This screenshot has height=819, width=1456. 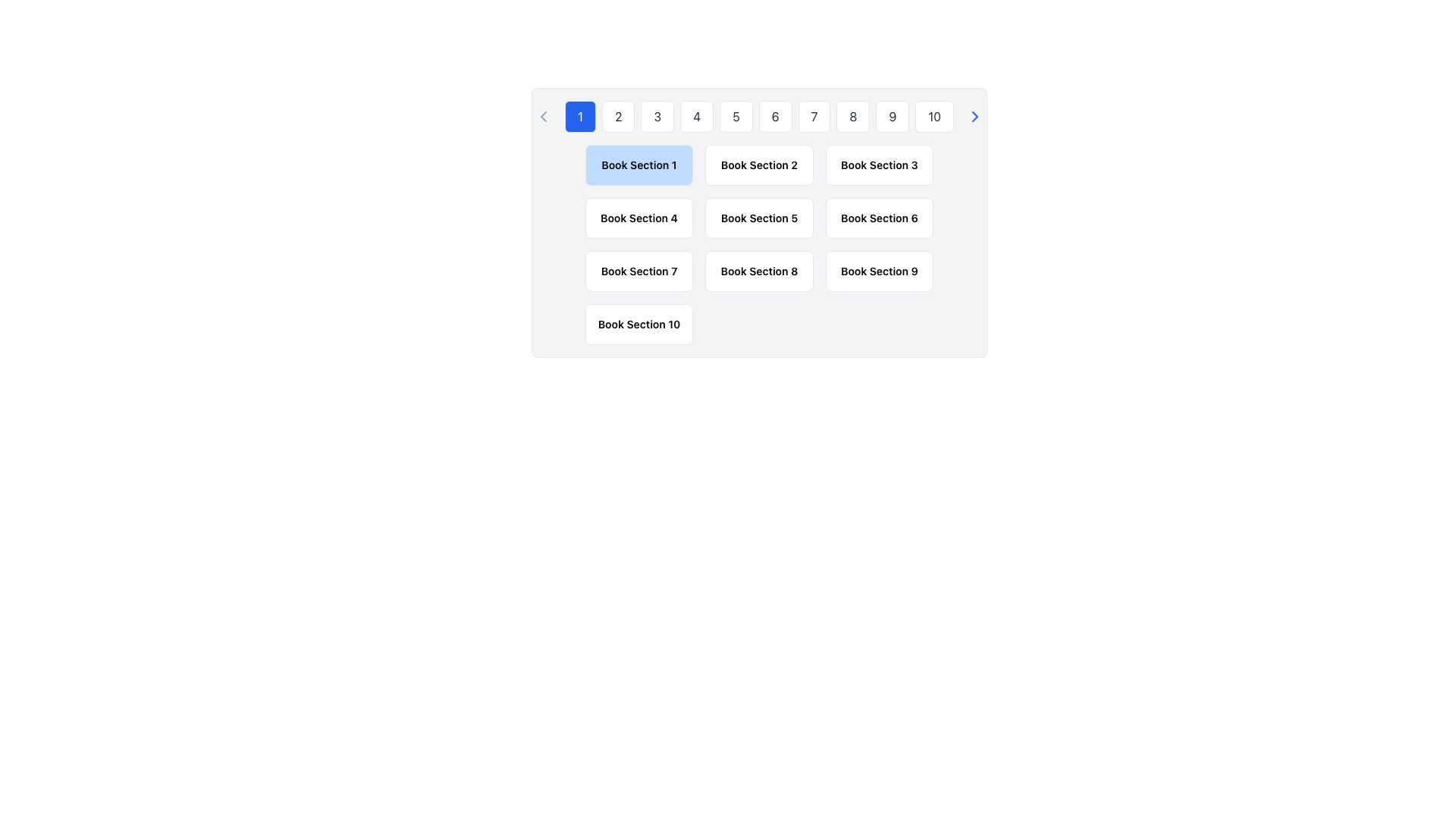 I want to click on the rectangular button labeled 'Book Section 6' with a white background and black centered text, so click(x=879, y=218).